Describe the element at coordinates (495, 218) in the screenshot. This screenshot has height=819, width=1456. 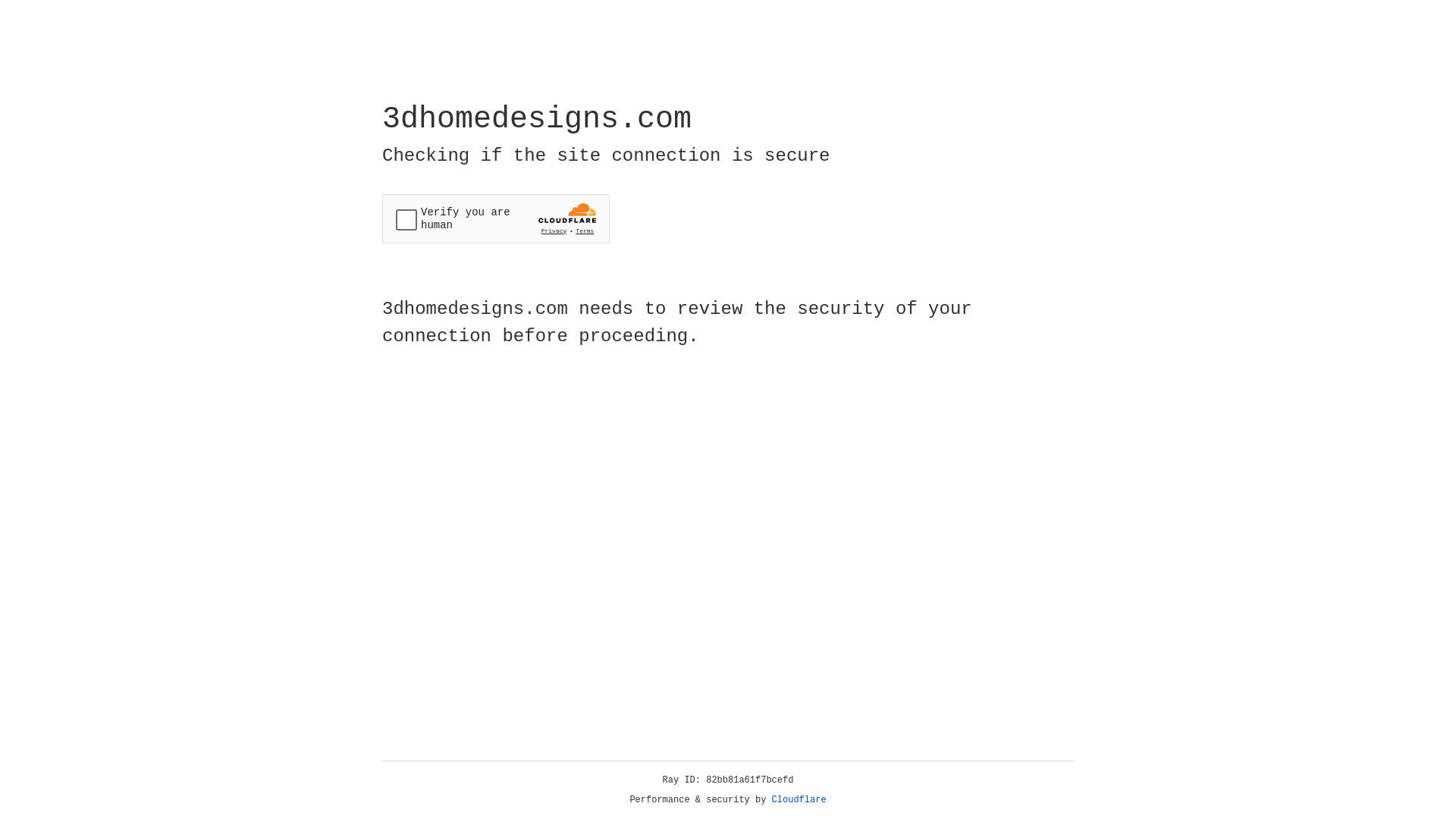
I see `'Widget containing a Cloudflare security challenge'` at that location.